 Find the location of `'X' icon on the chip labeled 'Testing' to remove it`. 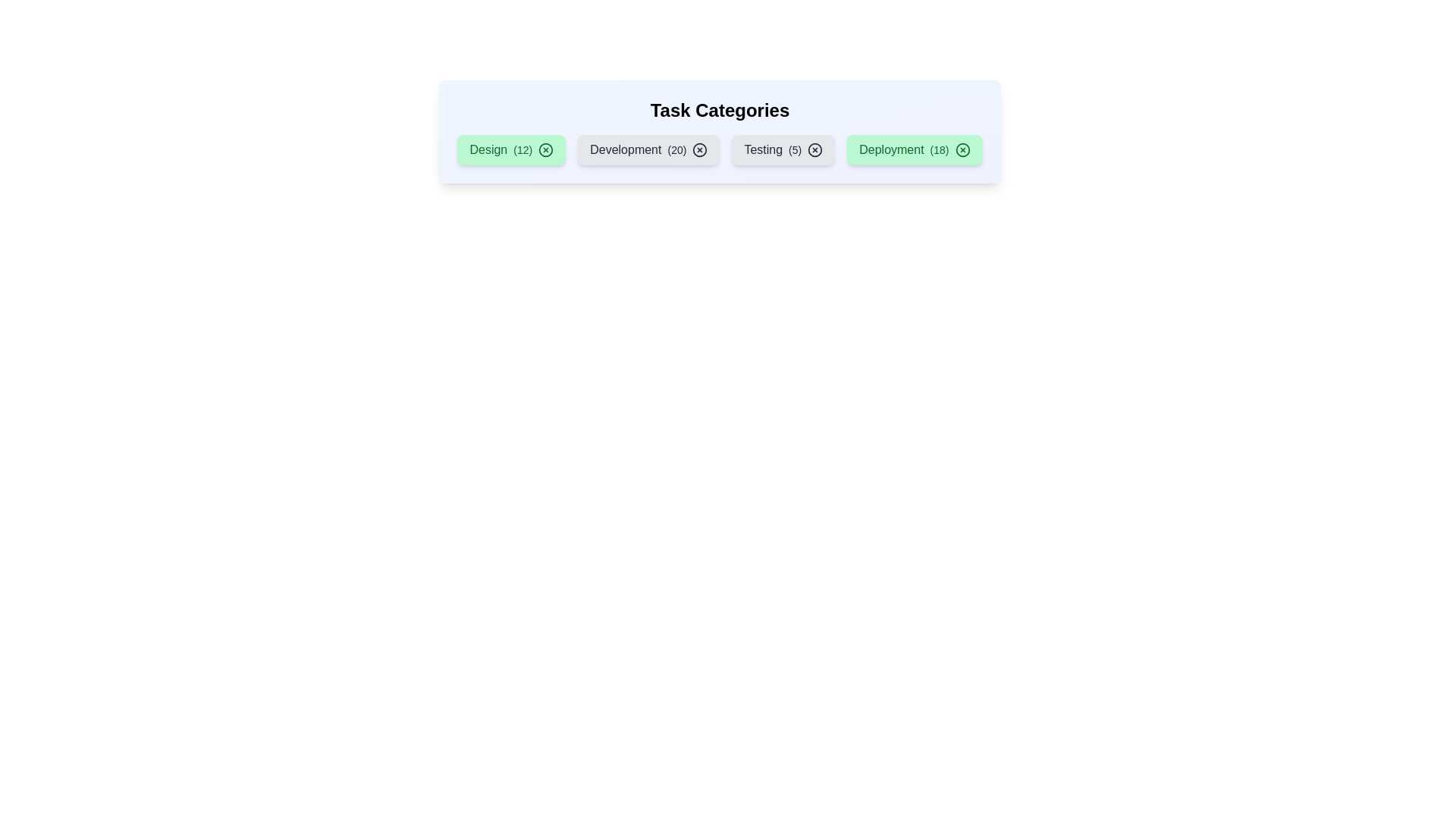

'X' icon on the chip labeled 'Testing' to remove it is located at coordinates (814, 149).